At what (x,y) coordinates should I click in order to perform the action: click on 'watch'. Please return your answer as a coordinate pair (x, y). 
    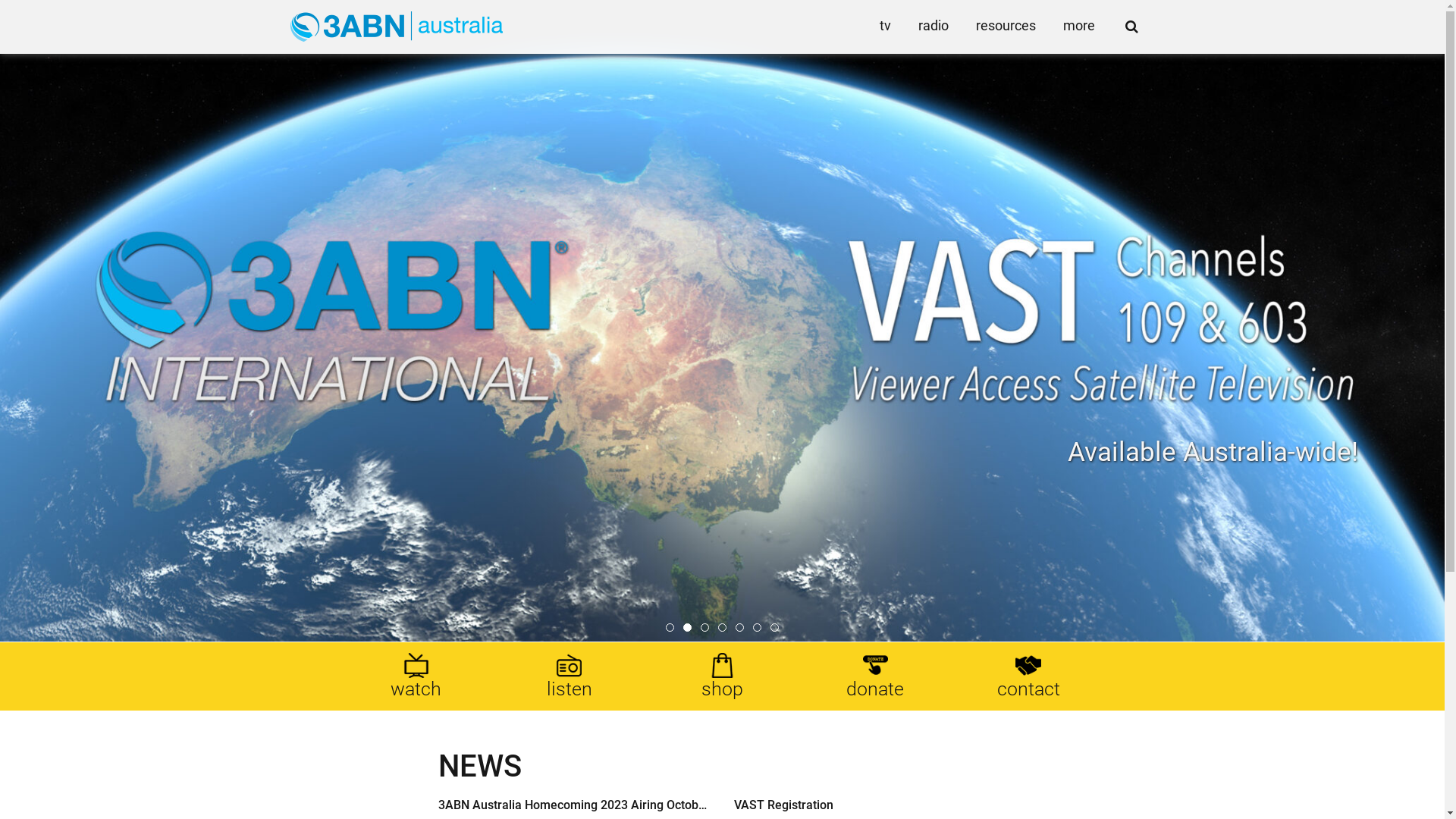
    Looking at the image, I should click on (338, 675).